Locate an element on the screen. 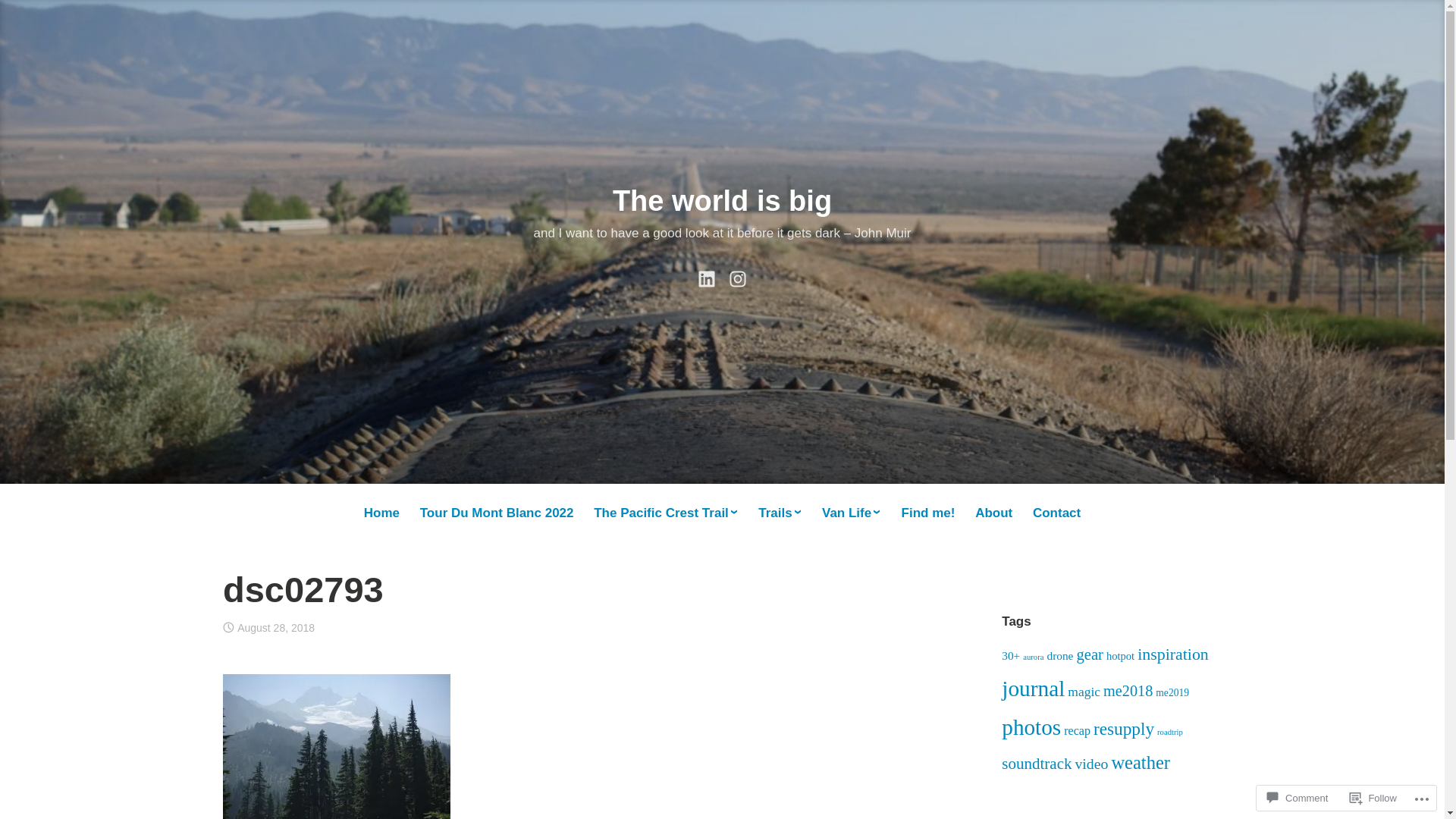  'Tour Du Mont Blanc 2022' is located at coordinates (496, 513).